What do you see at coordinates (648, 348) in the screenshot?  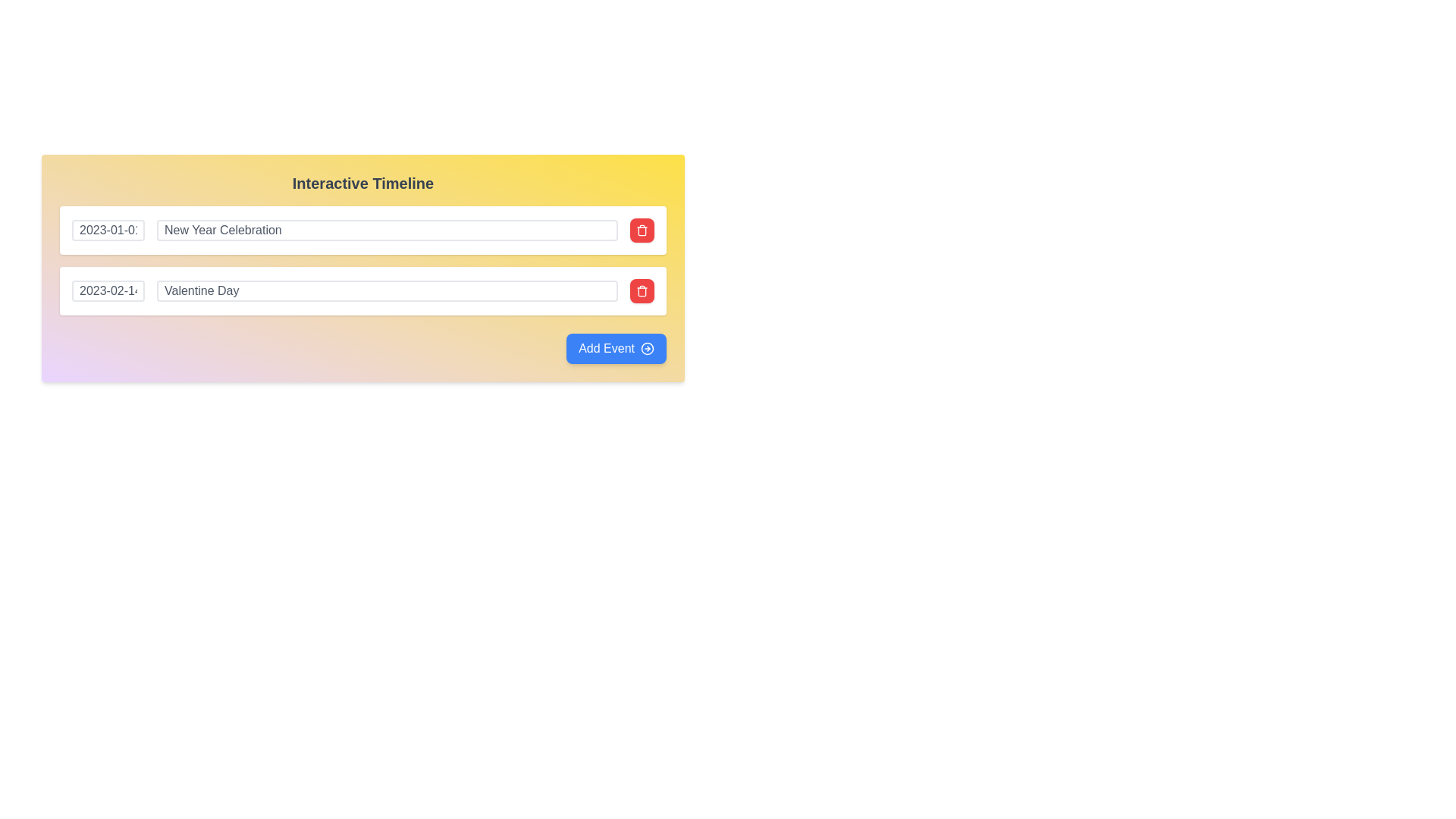 I see `the decorative graphic circle within the 'Add Event' button, which visually complements its interactive functionality` at bounding box center [648, 348].